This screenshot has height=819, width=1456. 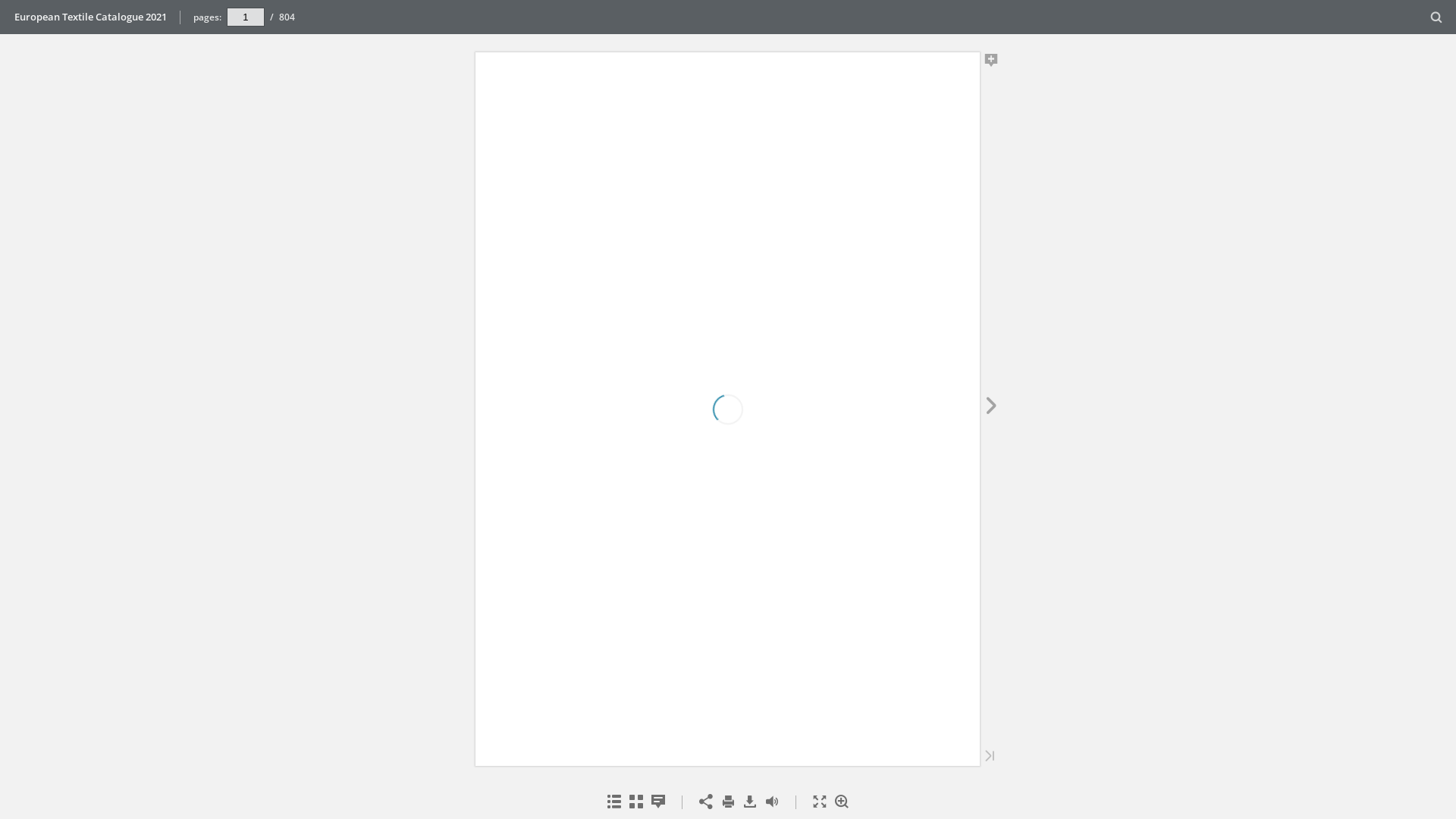 I want to click on 'Table of Contents', so click(x=603, y=801).